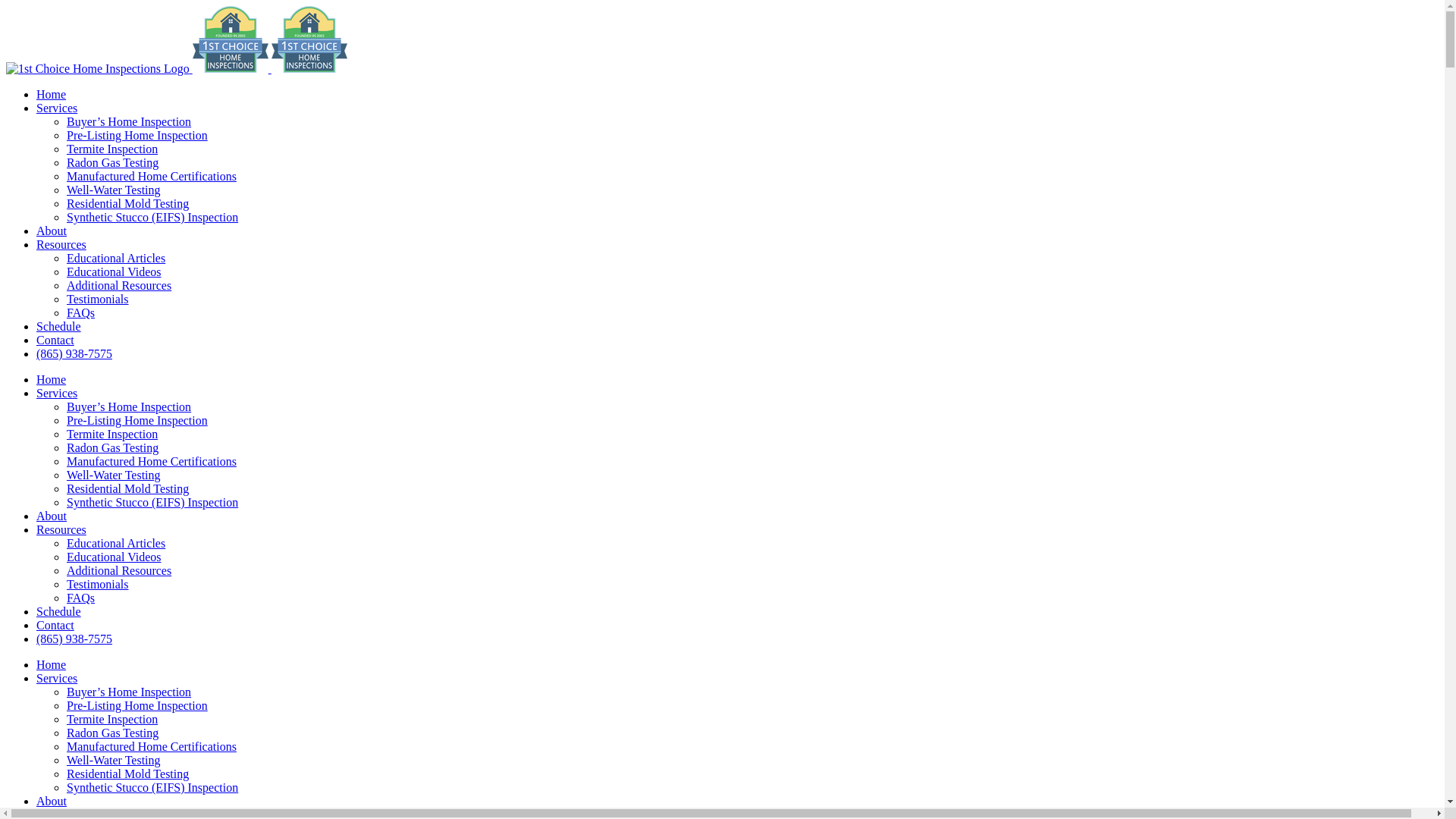  I want to click on 'Residential Mold Testing', so click(127, 773).